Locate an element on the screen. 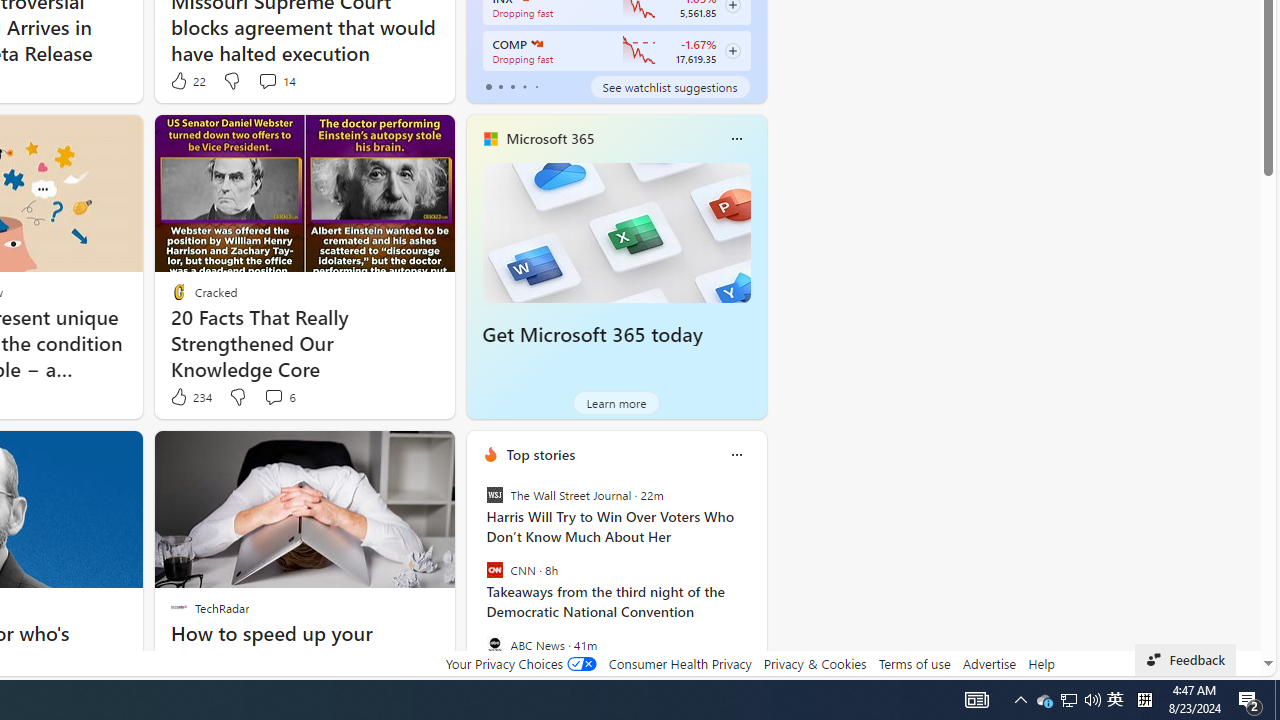  'View comments 6 Comment' is located at coordinates (272, 397).